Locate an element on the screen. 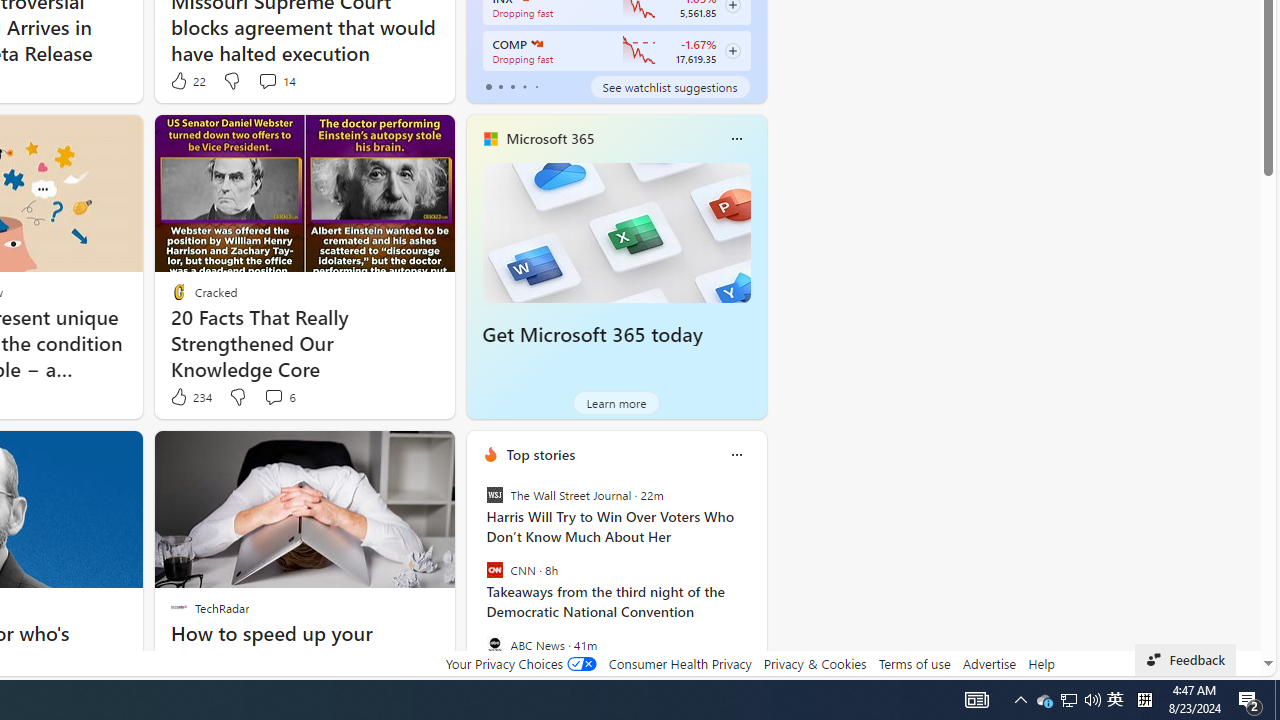  'View comments 6 Comment' is located at coordinates (272, 397).